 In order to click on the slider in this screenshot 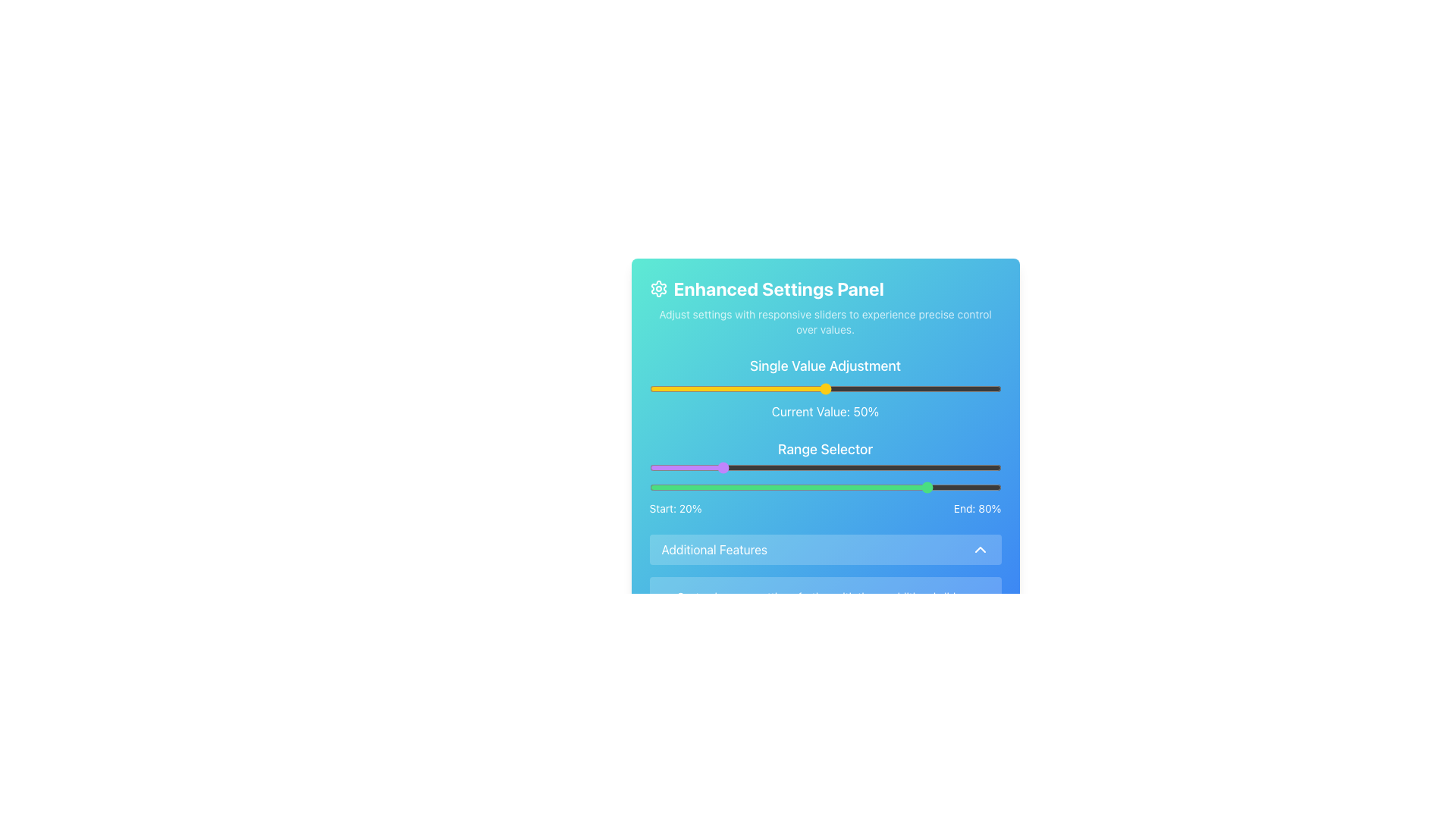, I will do `click(853, 488)`.